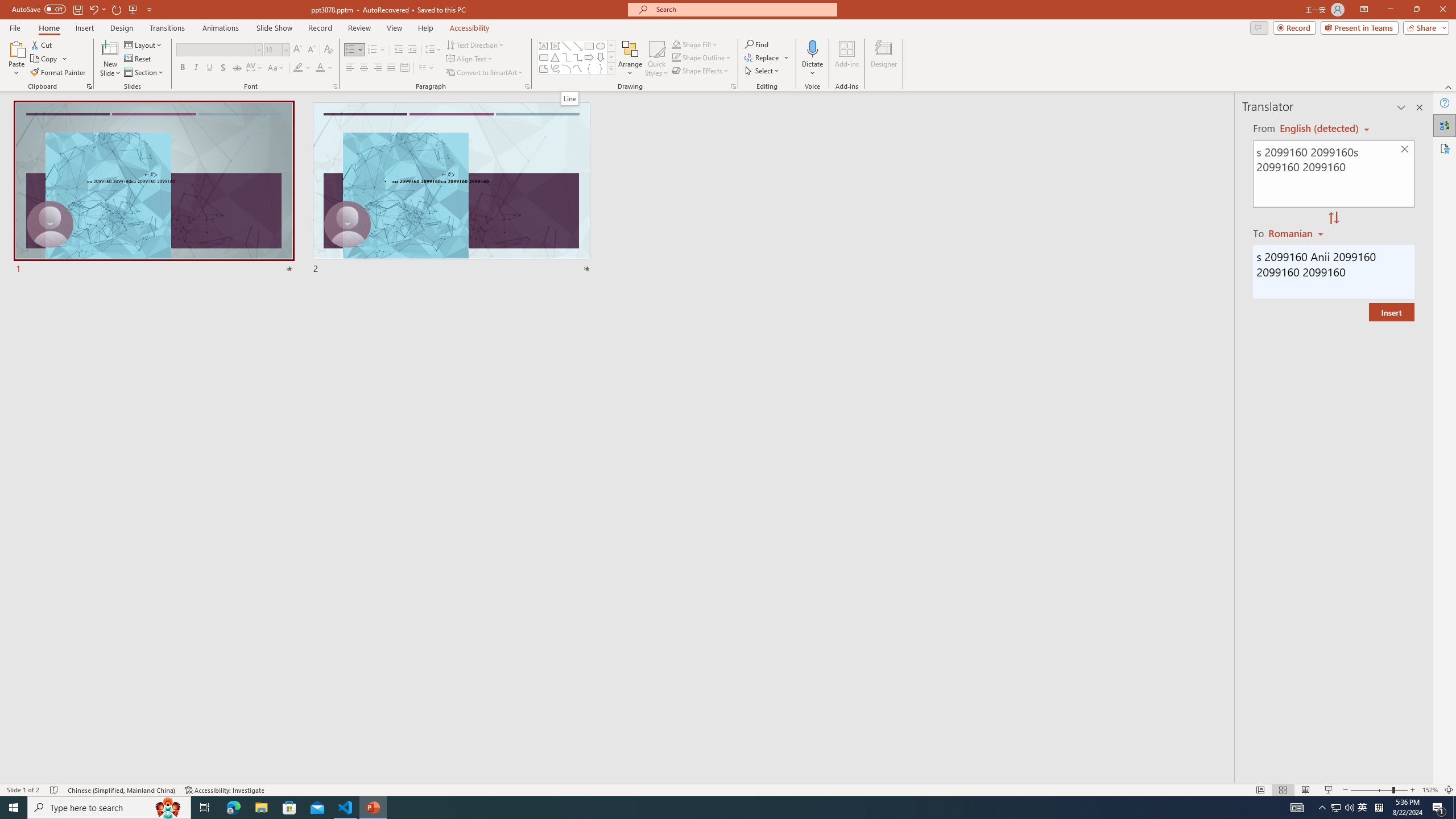 The height and width of the screenshot is (819, 1456). I want to click on 'Line Spacing', so click(433, 49).